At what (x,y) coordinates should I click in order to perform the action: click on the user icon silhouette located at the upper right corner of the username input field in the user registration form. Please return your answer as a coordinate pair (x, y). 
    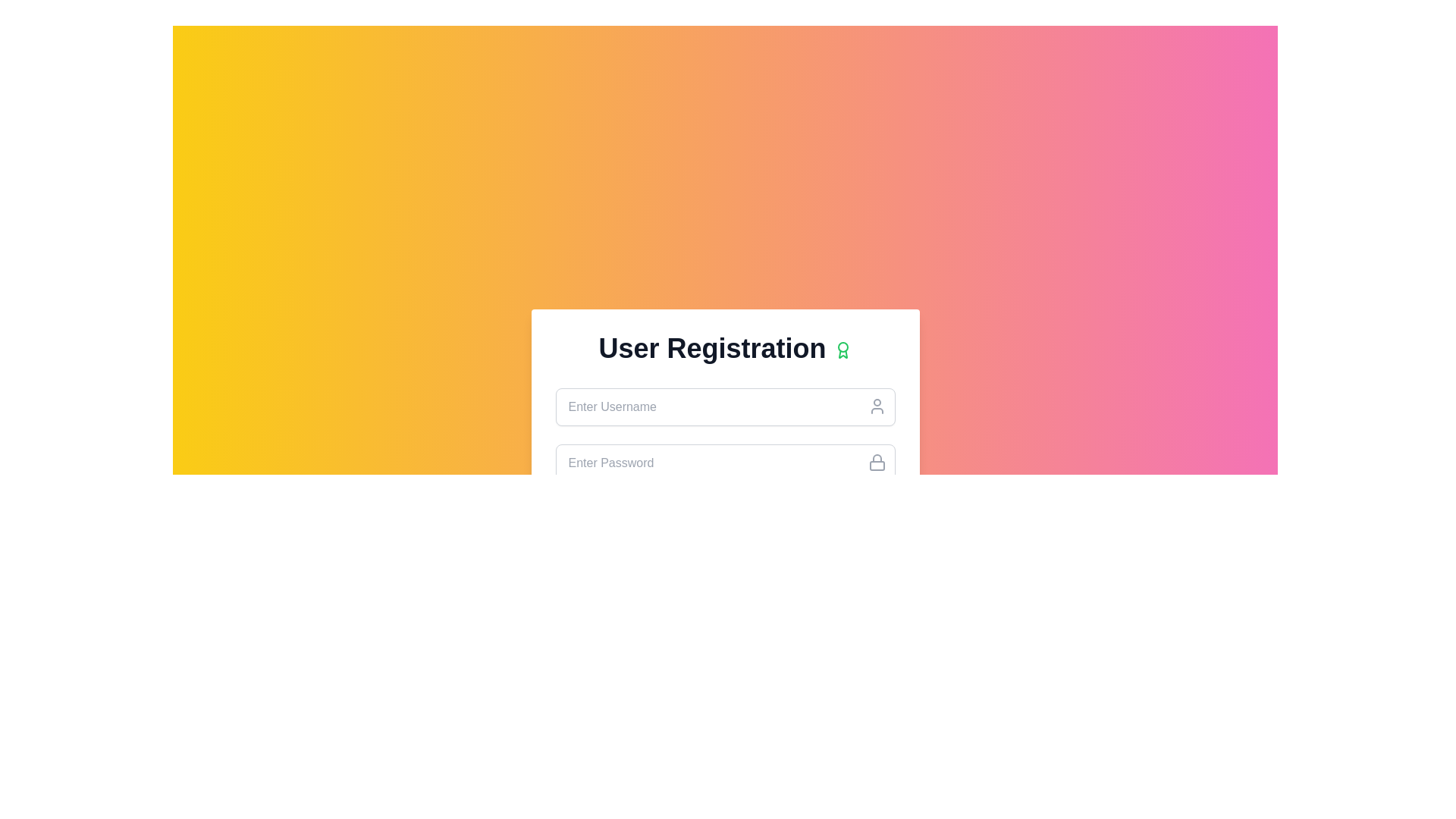
    Looking at the image, I should click on (877, 406).